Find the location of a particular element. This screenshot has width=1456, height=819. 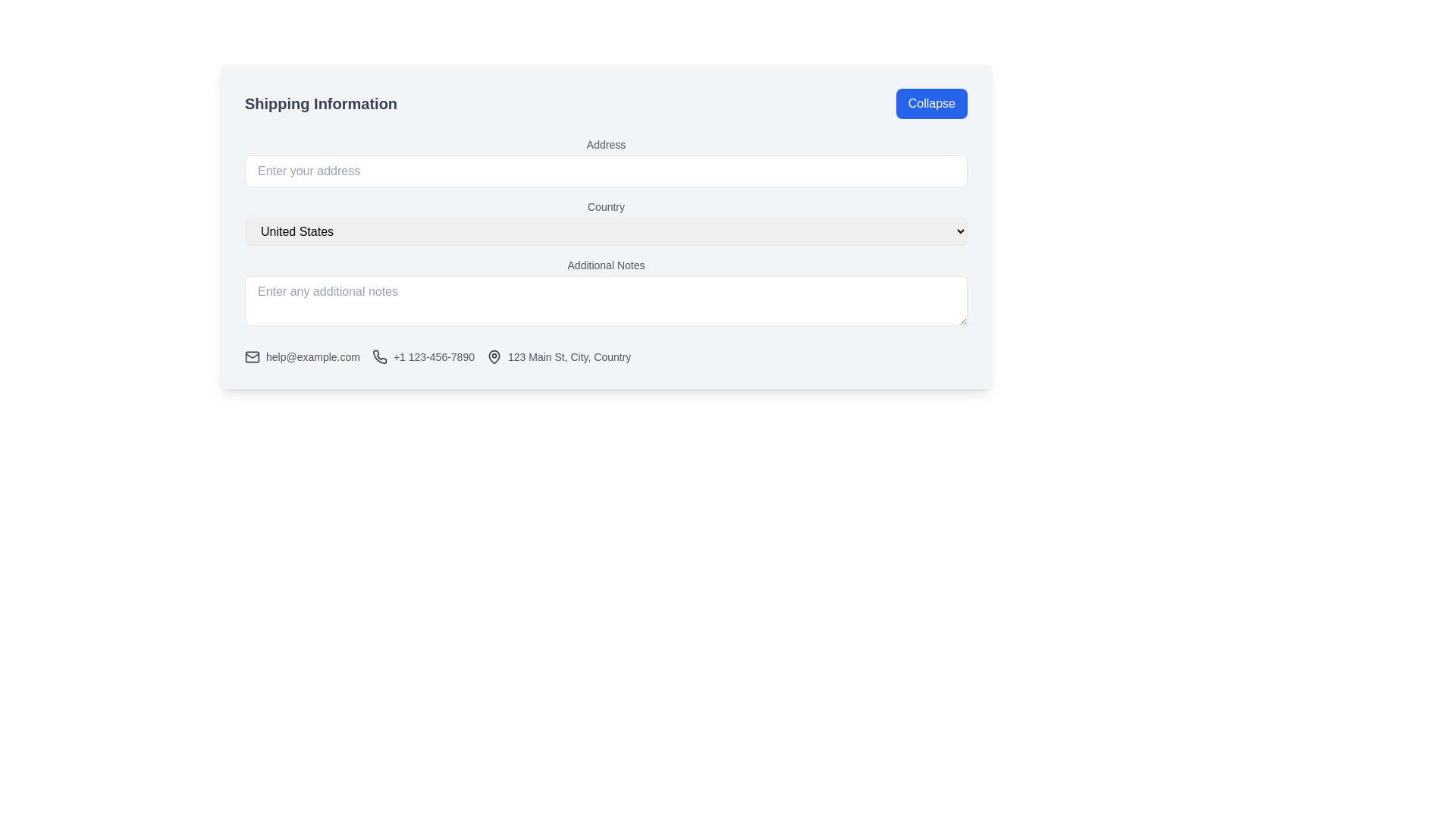

the 'Additional Notes' text label, which is styled in a smaller-sized, medium-weight font with a light gray color, positioned above a multi-line input field in the form layout is located at coordinates (605, 265).